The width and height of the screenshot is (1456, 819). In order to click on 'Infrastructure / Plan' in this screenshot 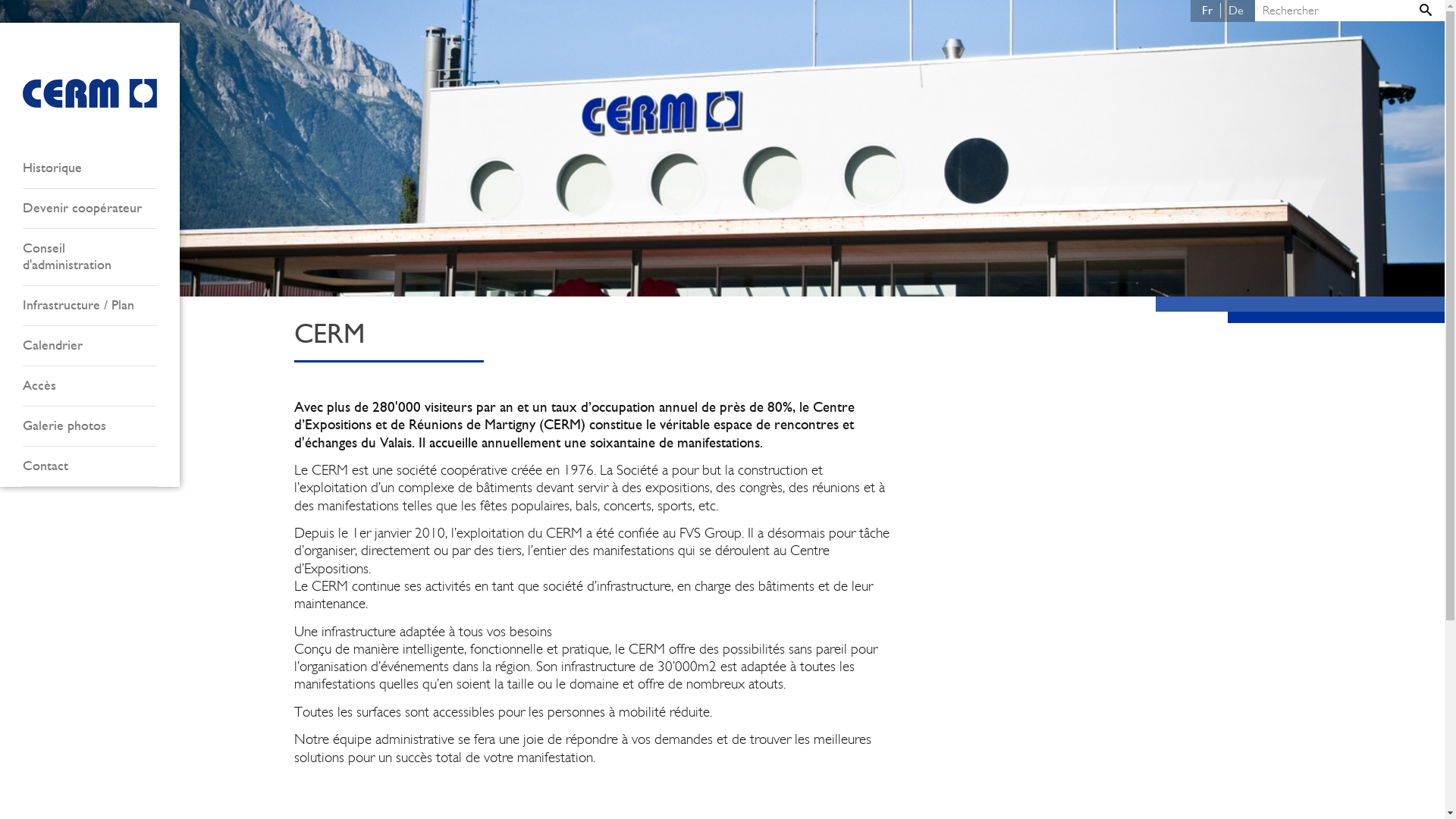, I will do `click(89, 306)`.